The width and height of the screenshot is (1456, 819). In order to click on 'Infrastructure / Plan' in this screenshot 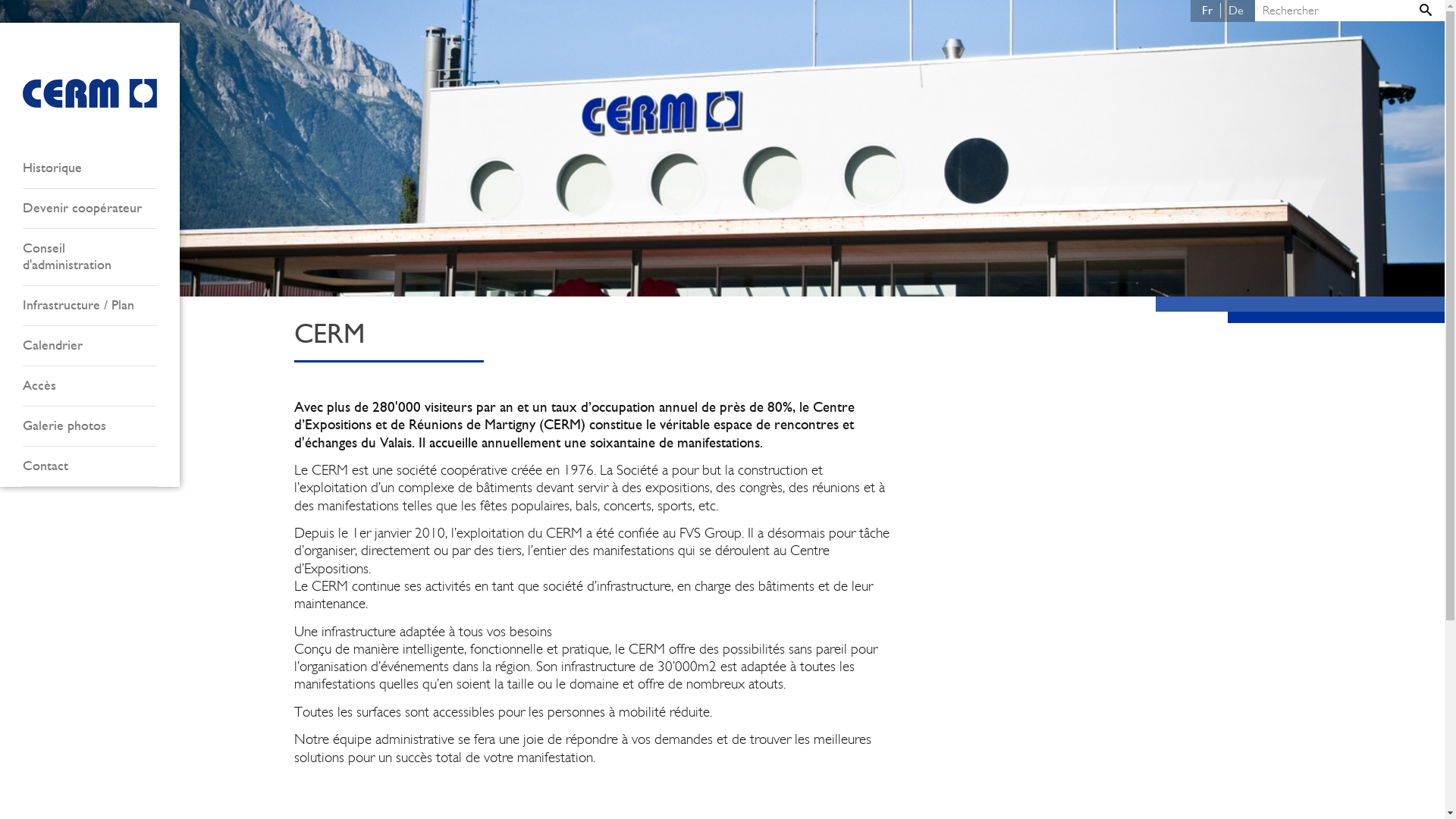, I will do `click(89, 306)`.